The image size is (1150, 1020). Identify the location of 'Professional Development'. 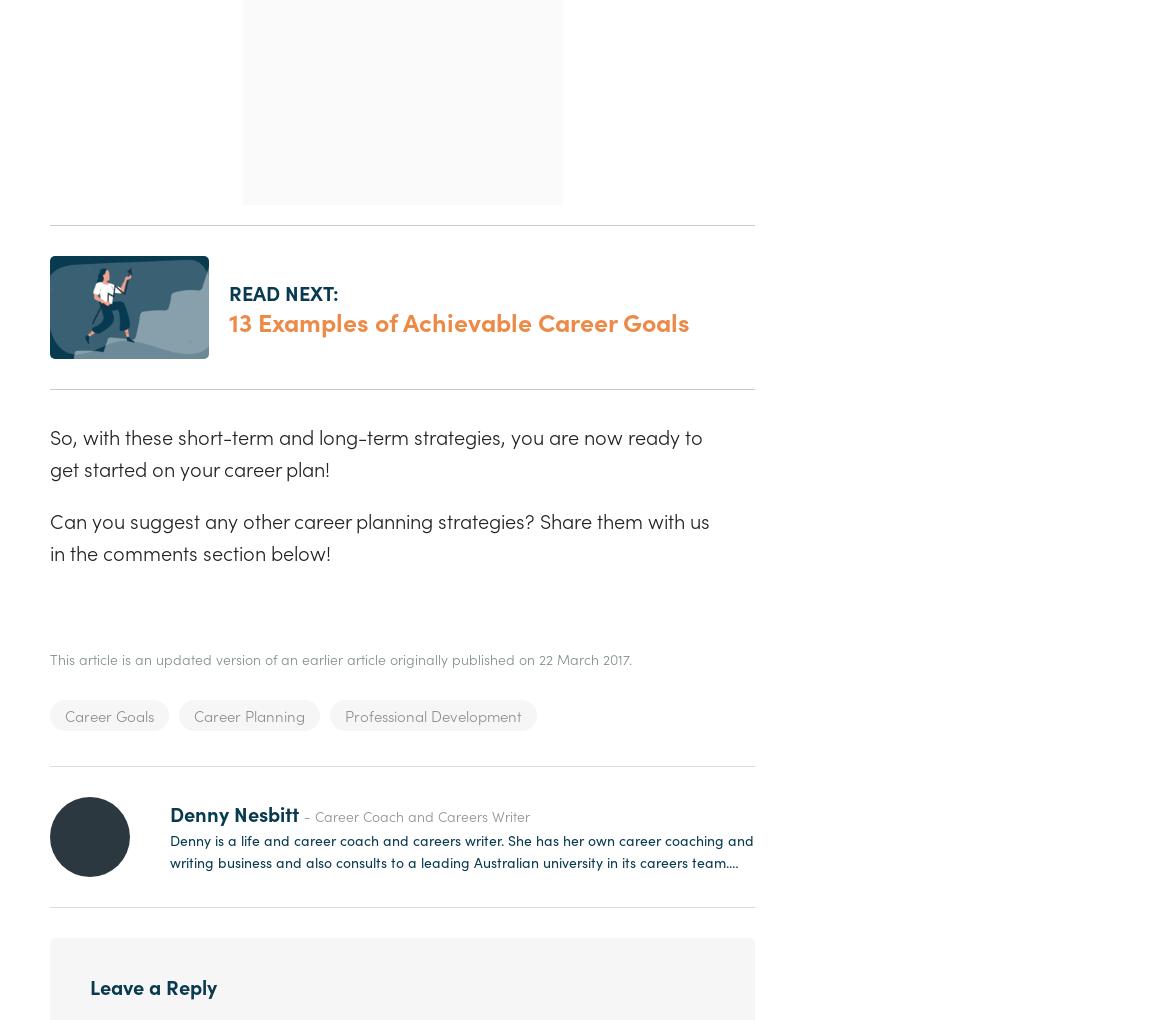
(433, 714).